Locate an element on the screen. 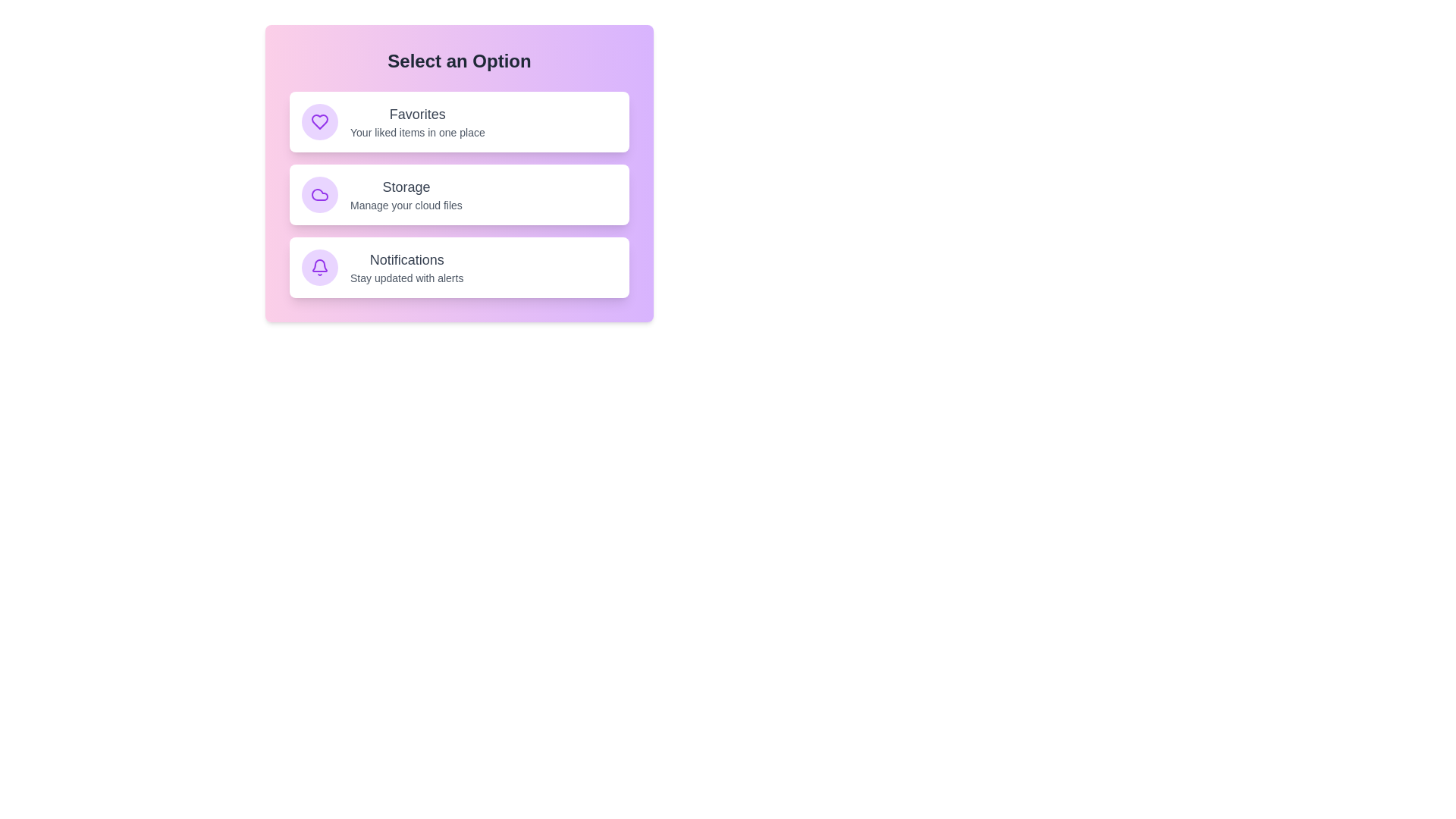 The image size is (1456, 819). the item labeled 'Storage' from the list is located at coordinates (458, 194).